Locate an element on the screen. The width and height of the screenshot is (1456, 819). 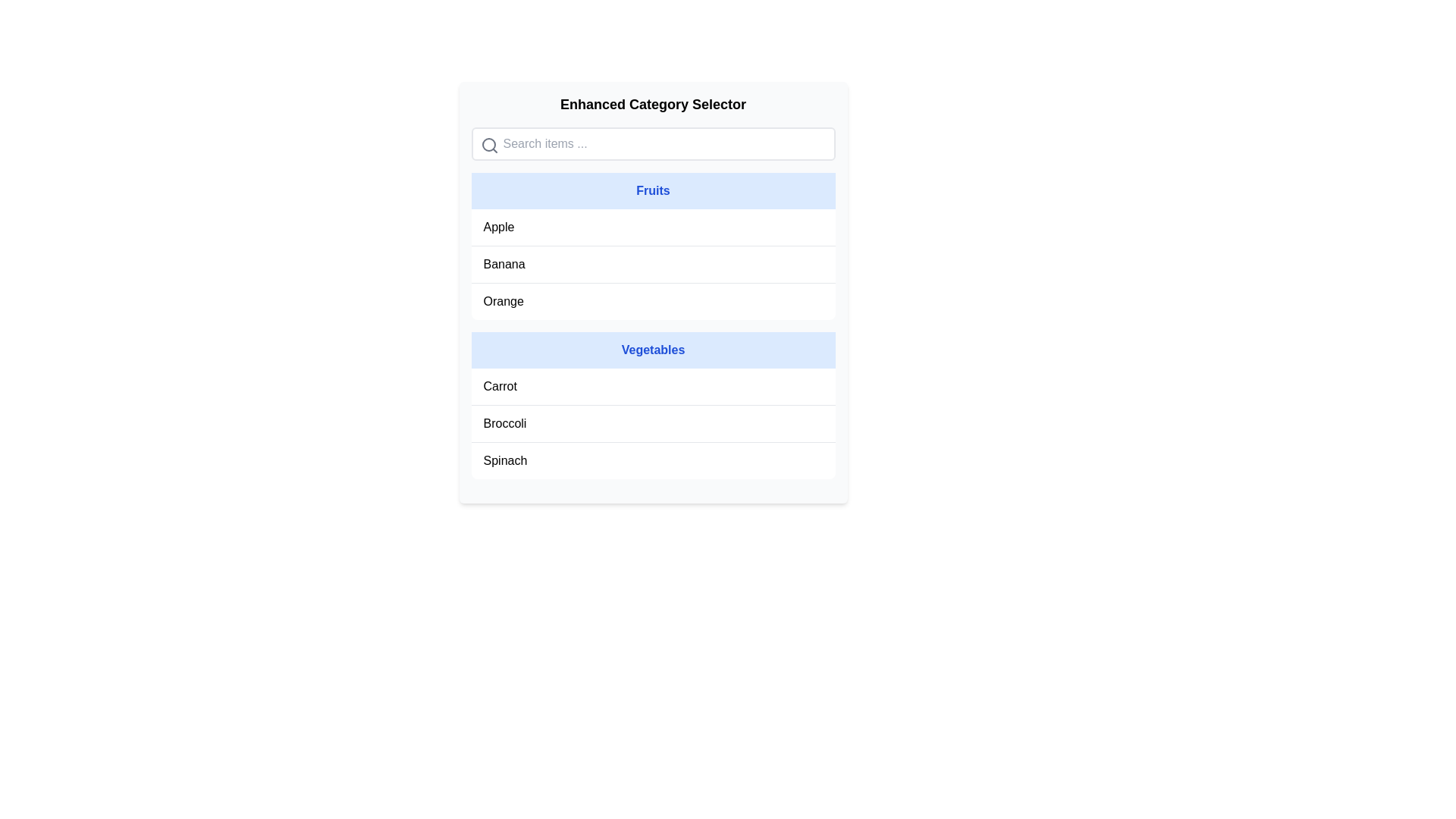
to select the third item in the 'Vegetables' section of the list, located beneath 'Broccoli' is located at coordinates (653, 460).